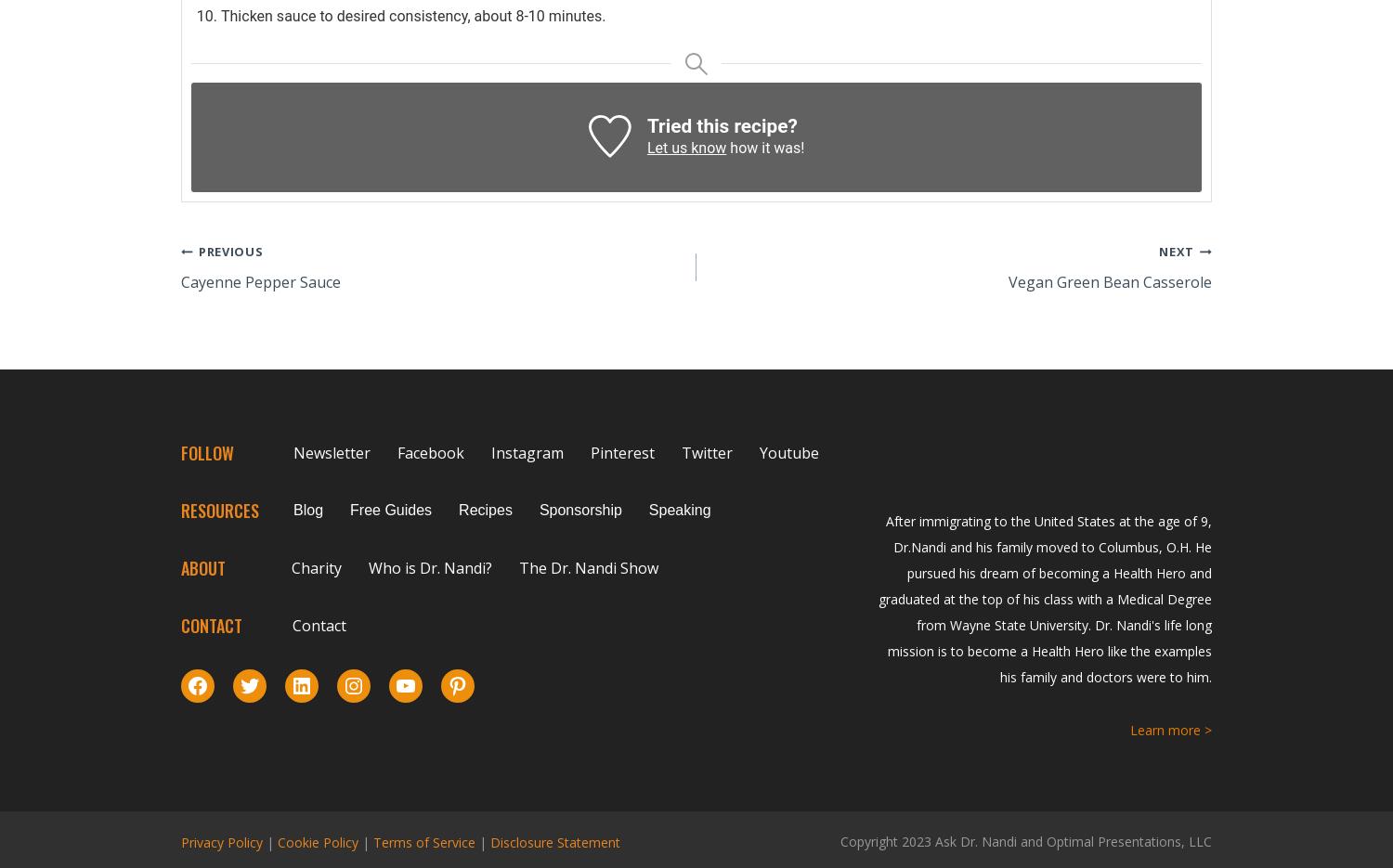 Image resolution: width=1393 pixels, height=868 pixels. What do you see at coordinates (579, 509) in the screenshot?
I see `'Sponsorship'` at bounding box center [579, 509].